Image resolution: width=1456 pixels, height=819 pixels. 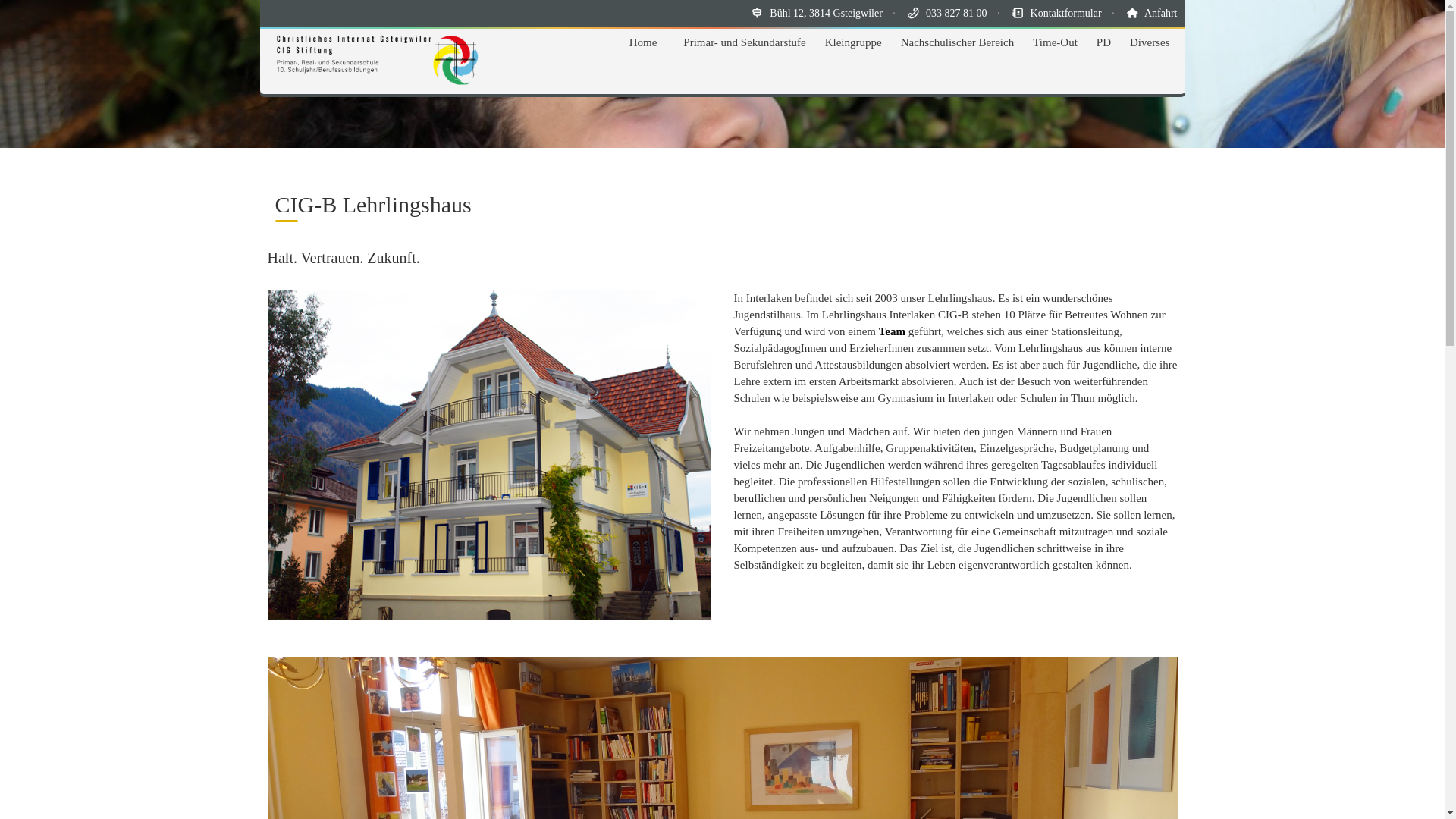 I want to click on 'Kontaktformular', so click(x=1065, y=13).